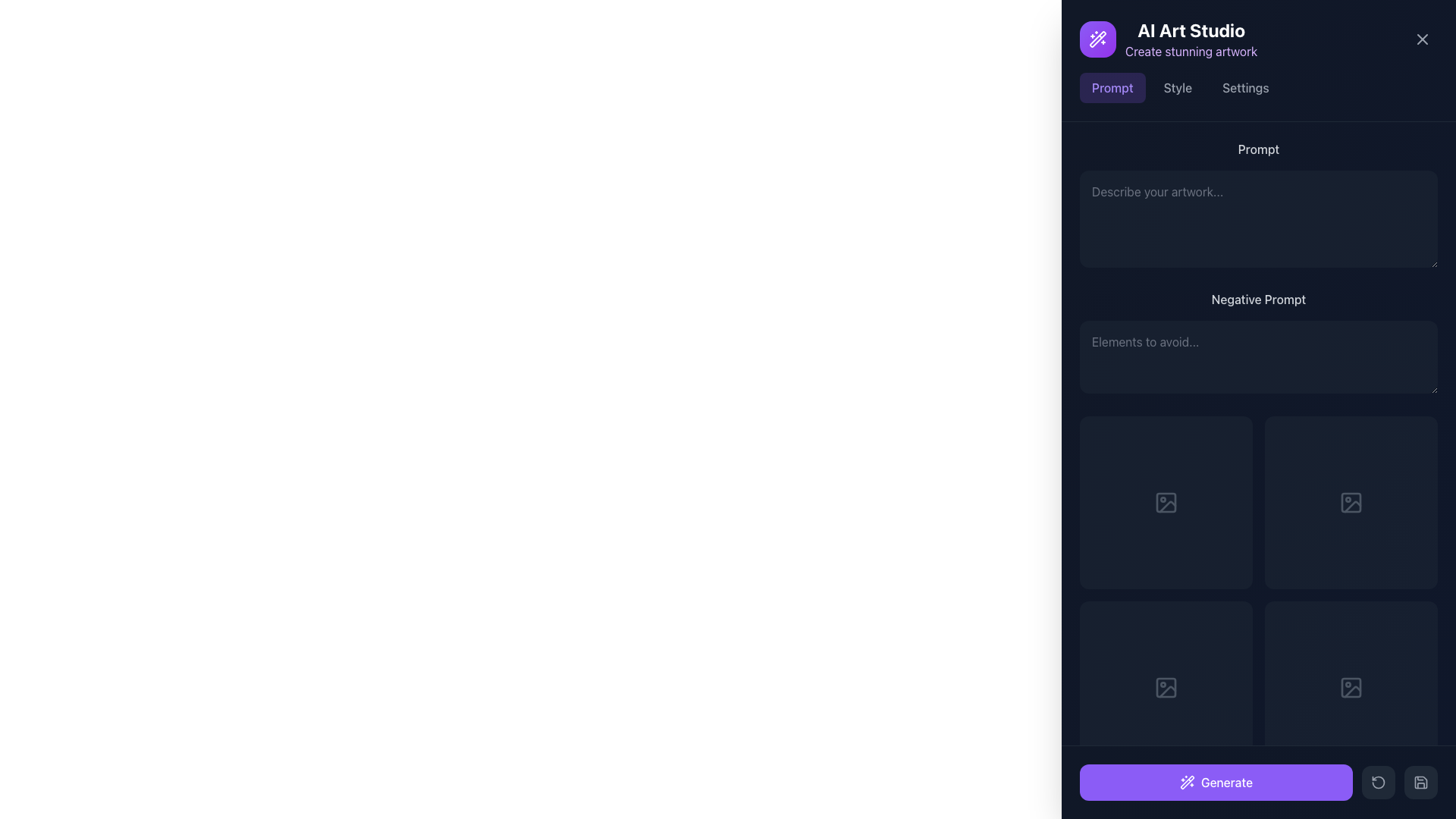  I want to click on the 'Settings' button located at the top of the sidebar interface, which is the third button in a group of three horizontally aligned buttons, so click(1244, 87).